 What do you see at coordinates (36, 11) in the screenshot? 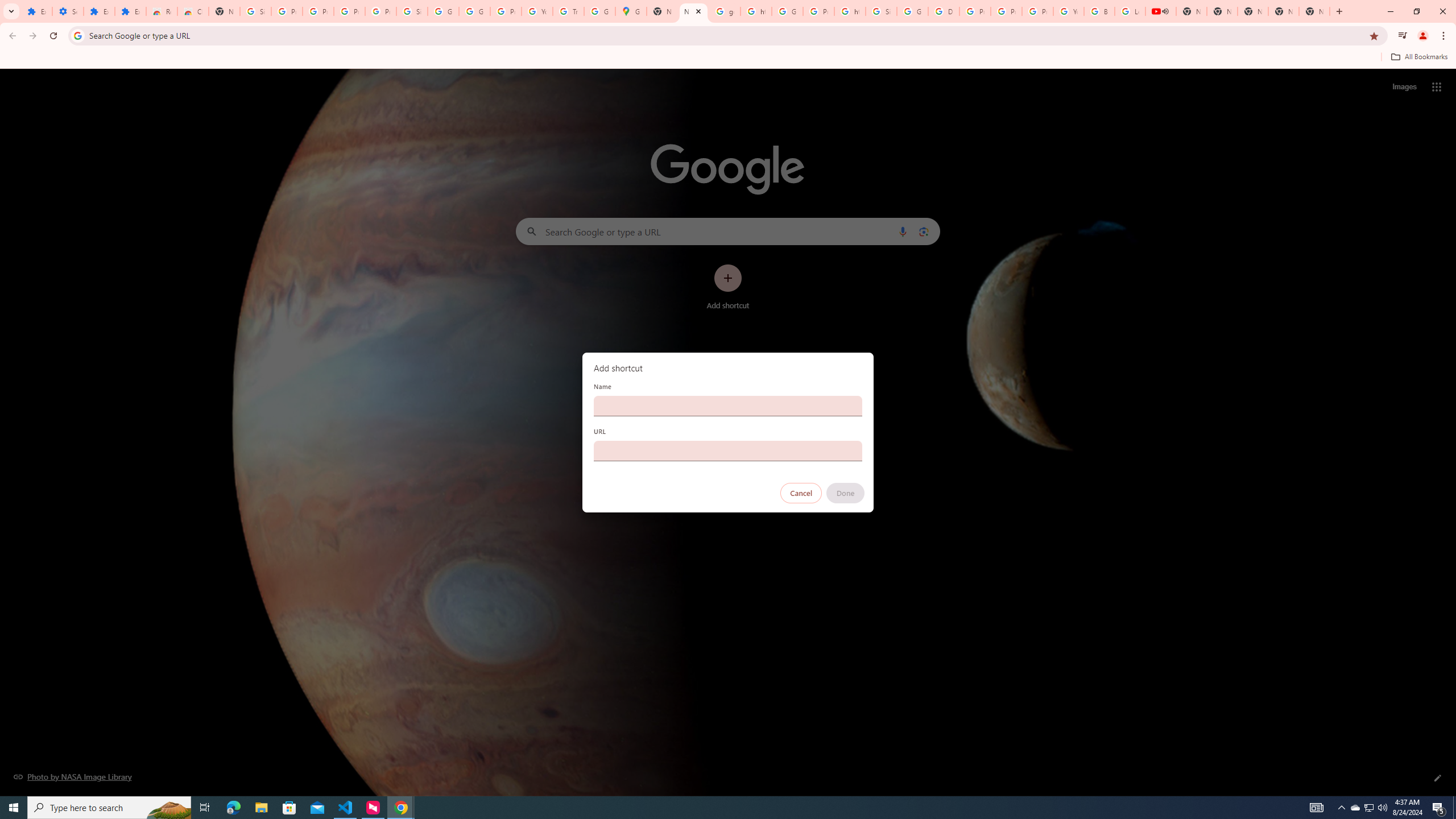
I see `'Extensions'` at bounding box center [36, 11].